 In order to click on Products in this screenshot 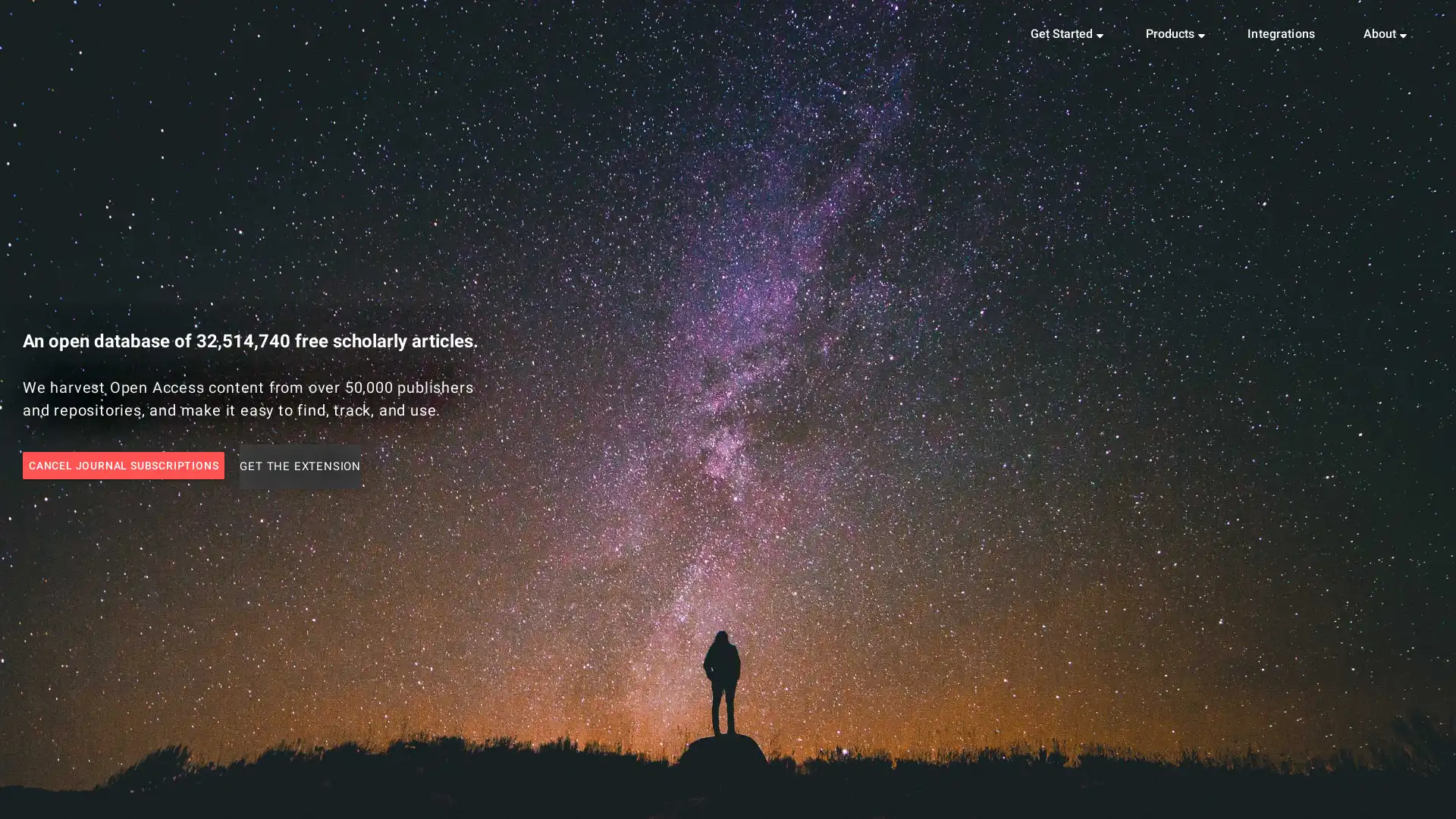, I will do `click(1175, 33)`.